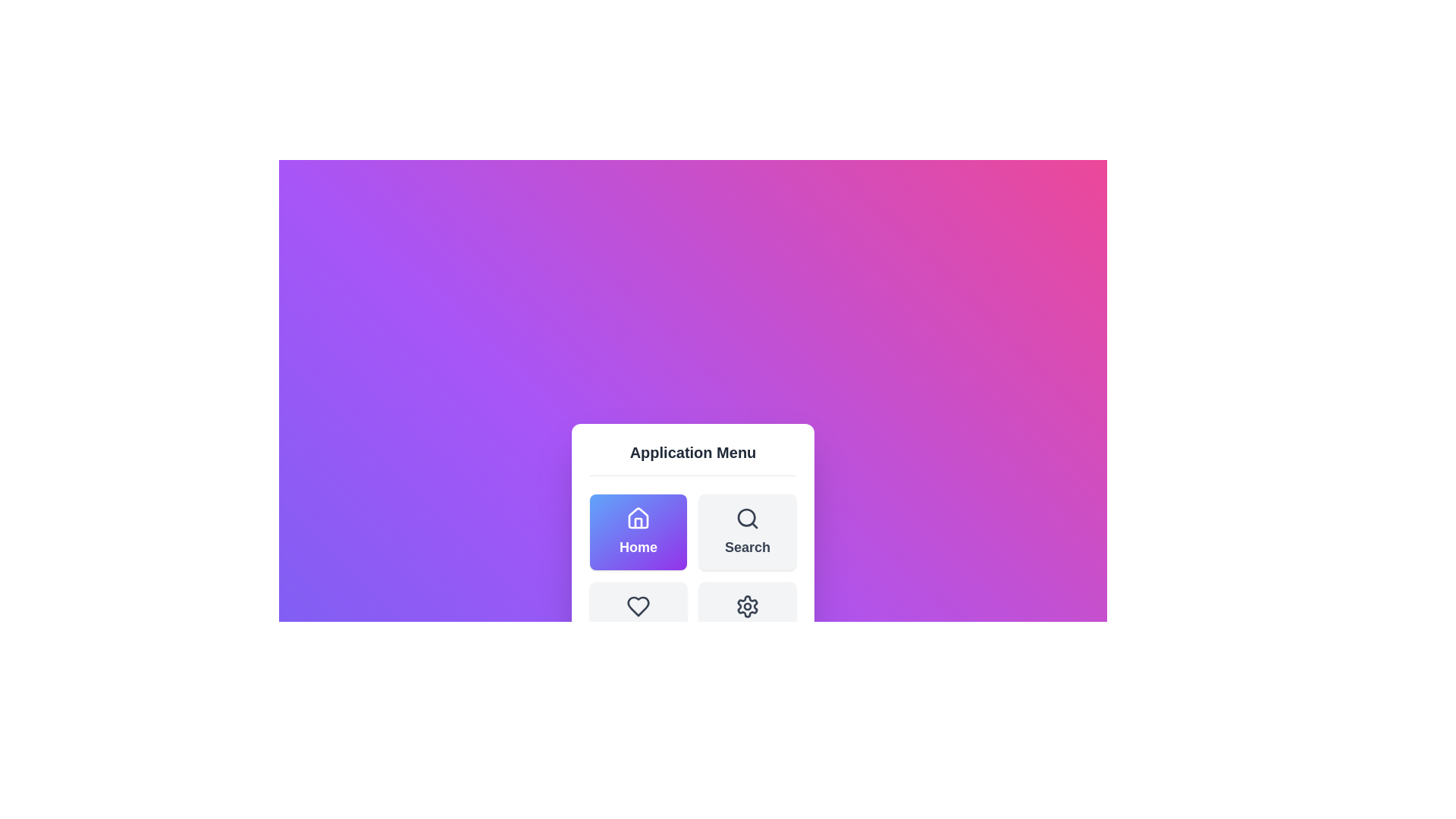 This screenshot has height=819, width=1456. Describe the element at coordinates (748, 531) in the screenshot. I see `the menu item Search by clicking on its corresponding button` at that location.